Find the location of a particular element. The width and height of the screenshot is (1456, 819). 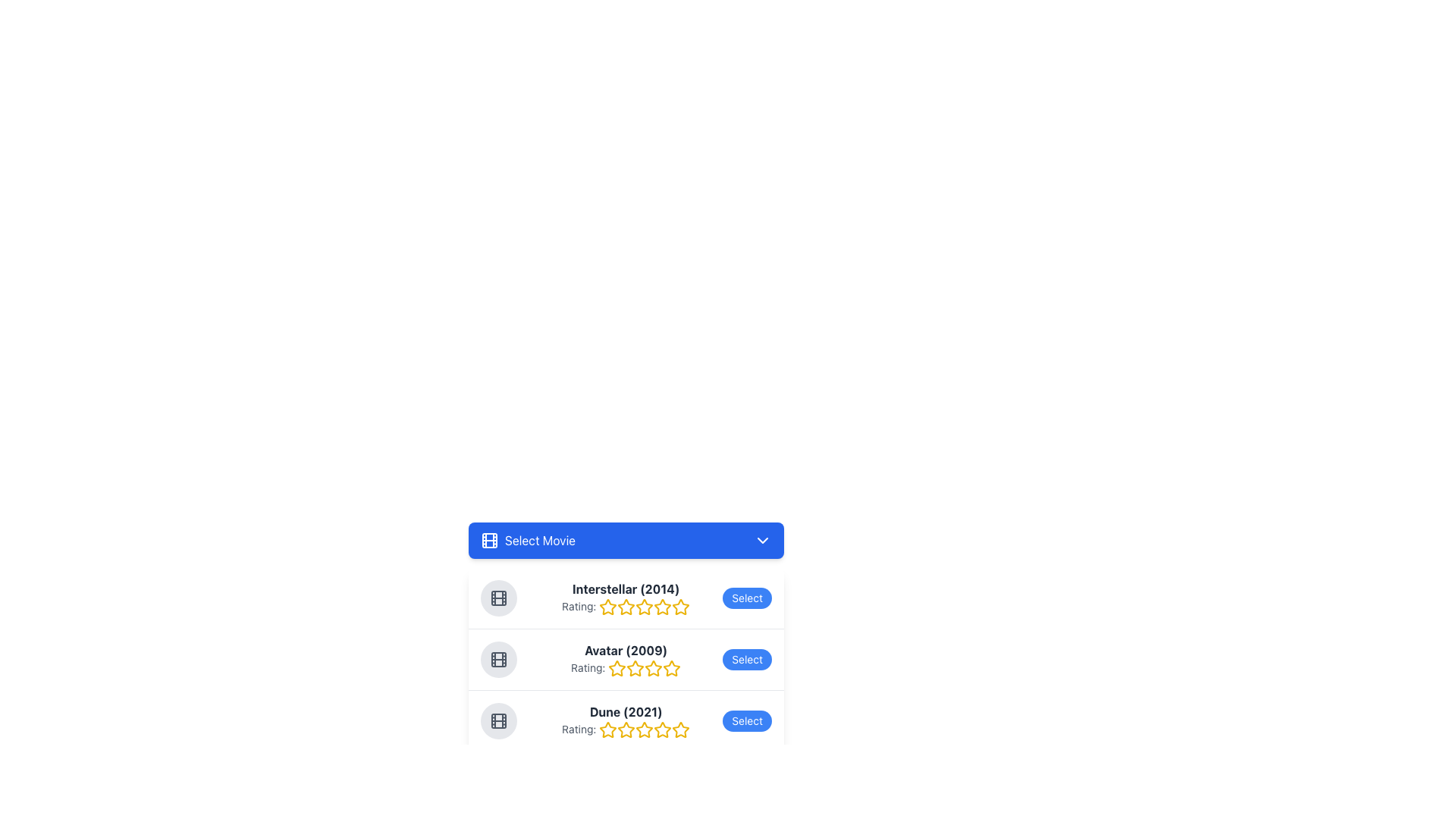

the second star icon for rating the 'Dune (2021)' movie, located under the 'Rating' label is located at coordinates (626, 729).